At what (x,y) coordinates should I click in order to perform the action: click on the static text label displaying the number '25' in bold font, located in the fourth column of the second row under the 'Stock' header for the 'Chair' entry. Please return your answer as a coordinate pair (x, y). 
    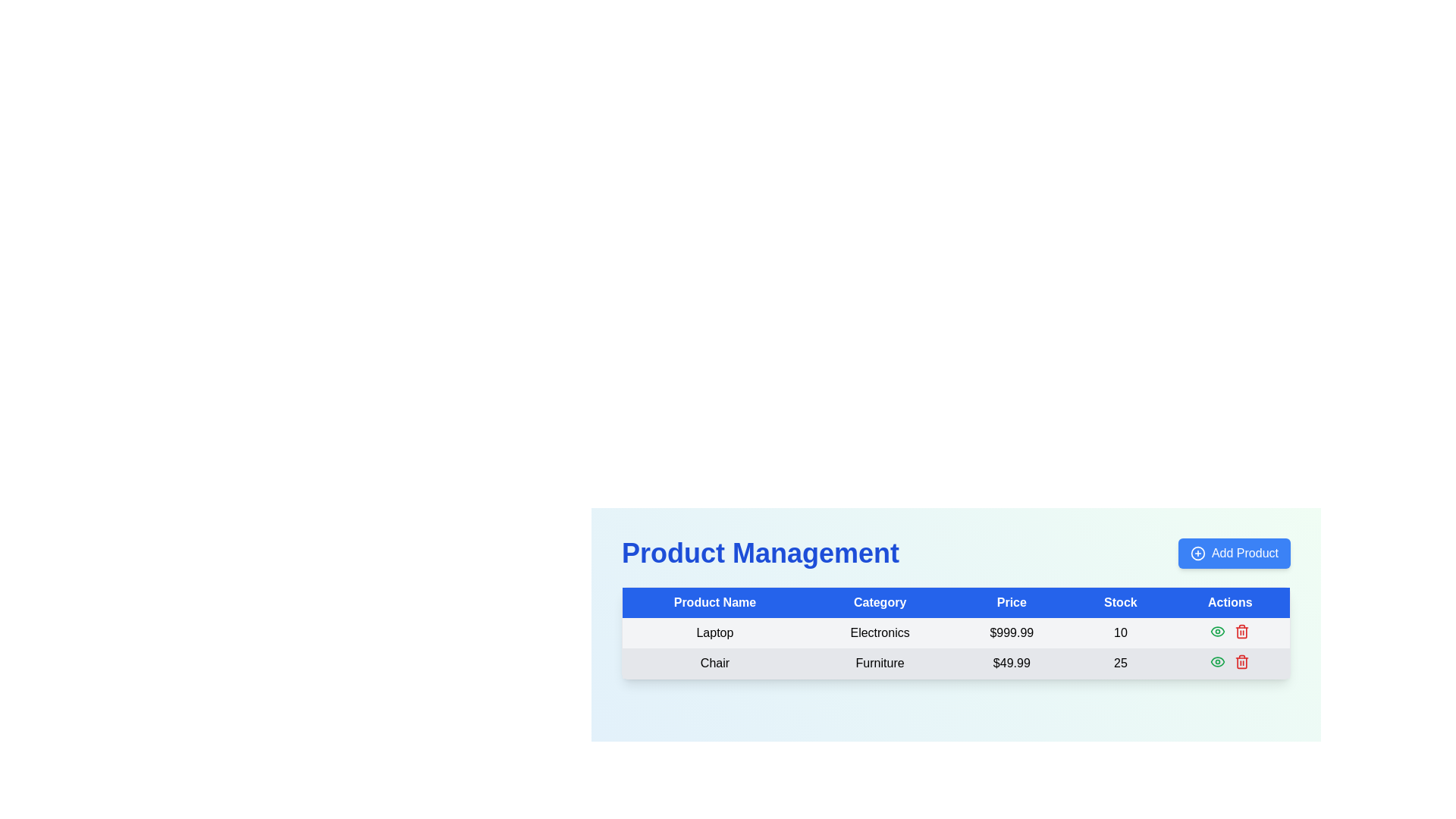
    Looking at the image, I should click on (1120, 663).